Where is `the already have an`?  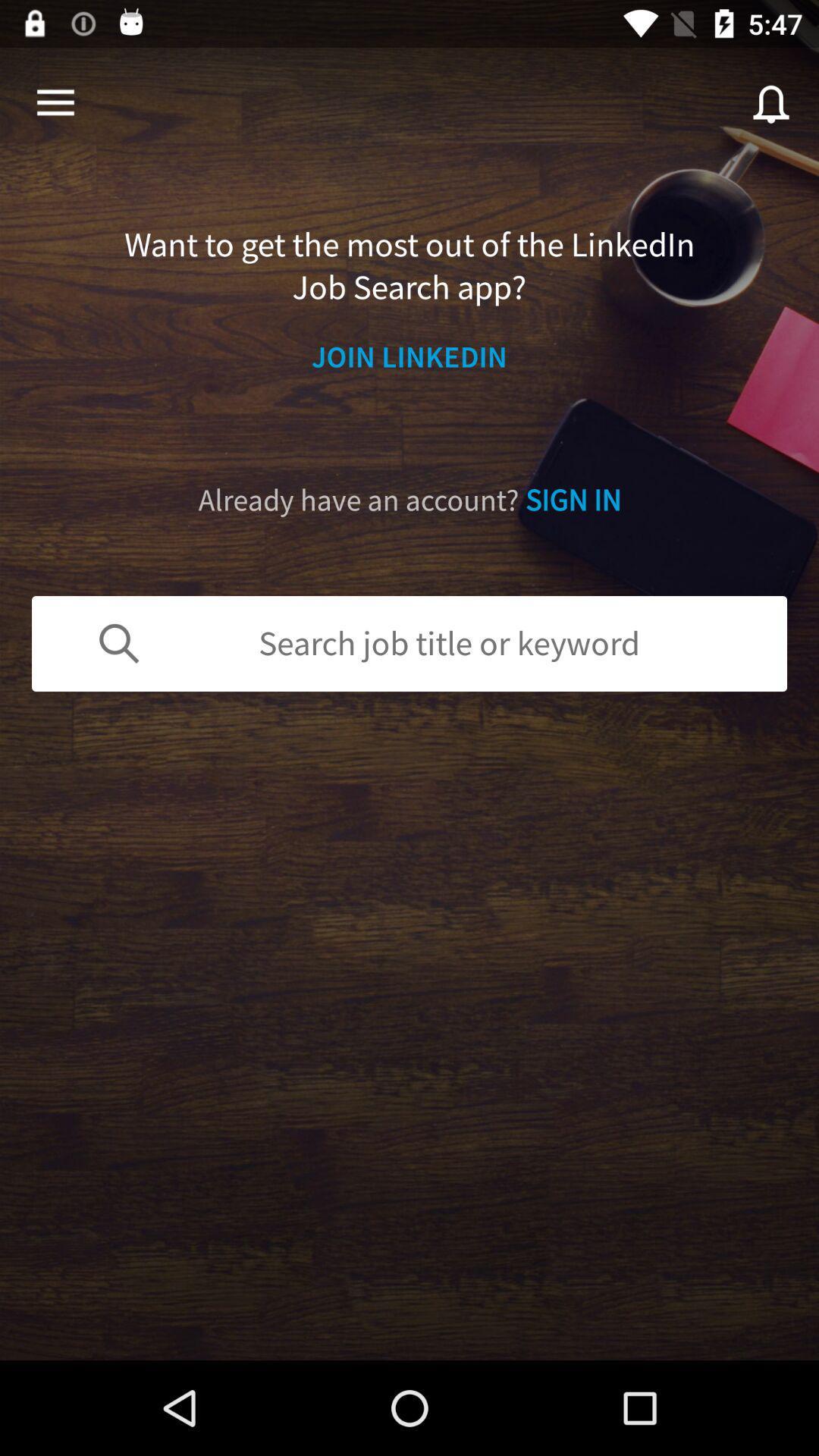 the already have an is located at coordinates (409, 500).